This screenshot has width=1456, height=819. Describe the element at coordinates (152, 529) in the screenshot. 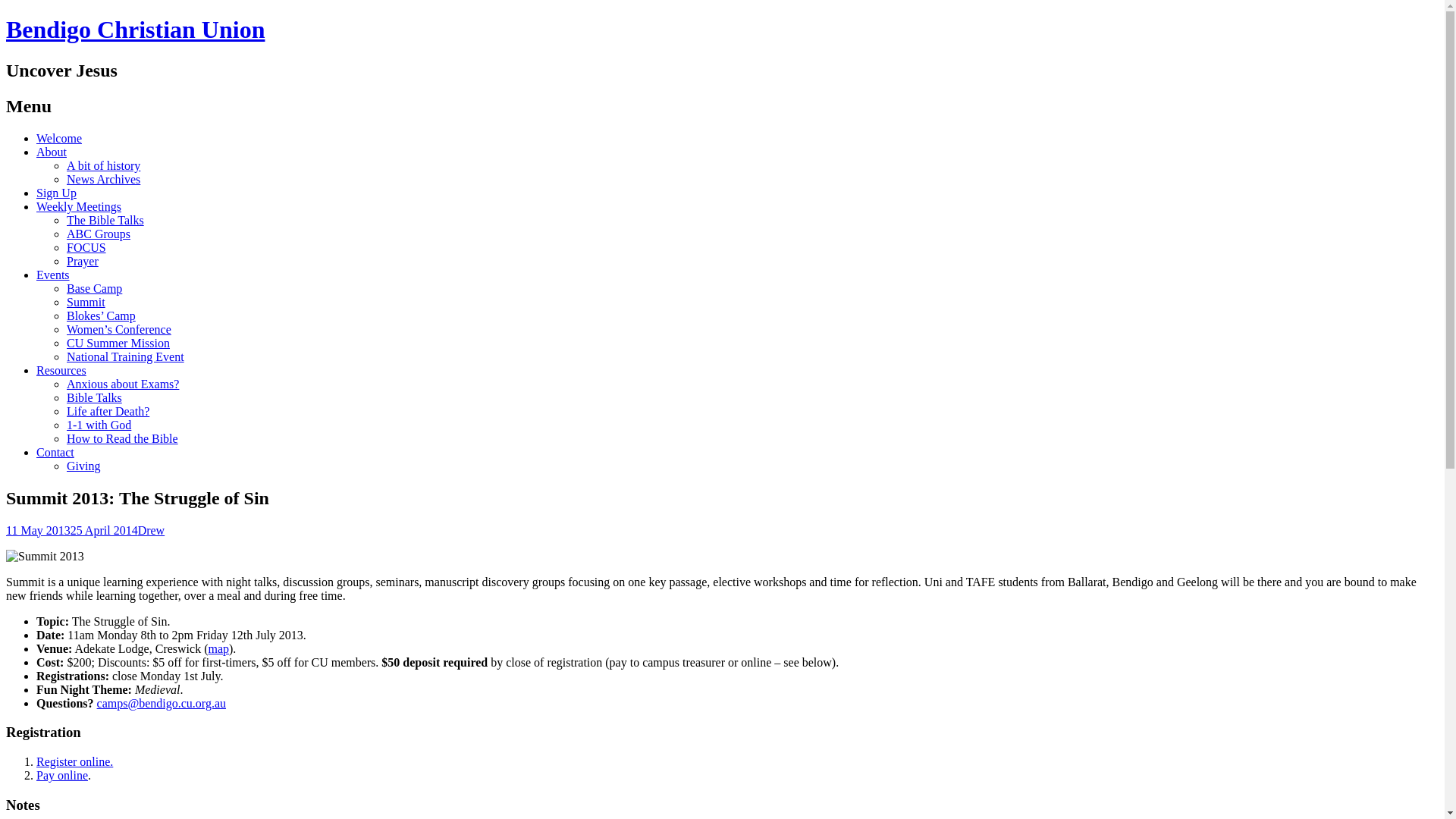

I see `'Drew'` at that location.